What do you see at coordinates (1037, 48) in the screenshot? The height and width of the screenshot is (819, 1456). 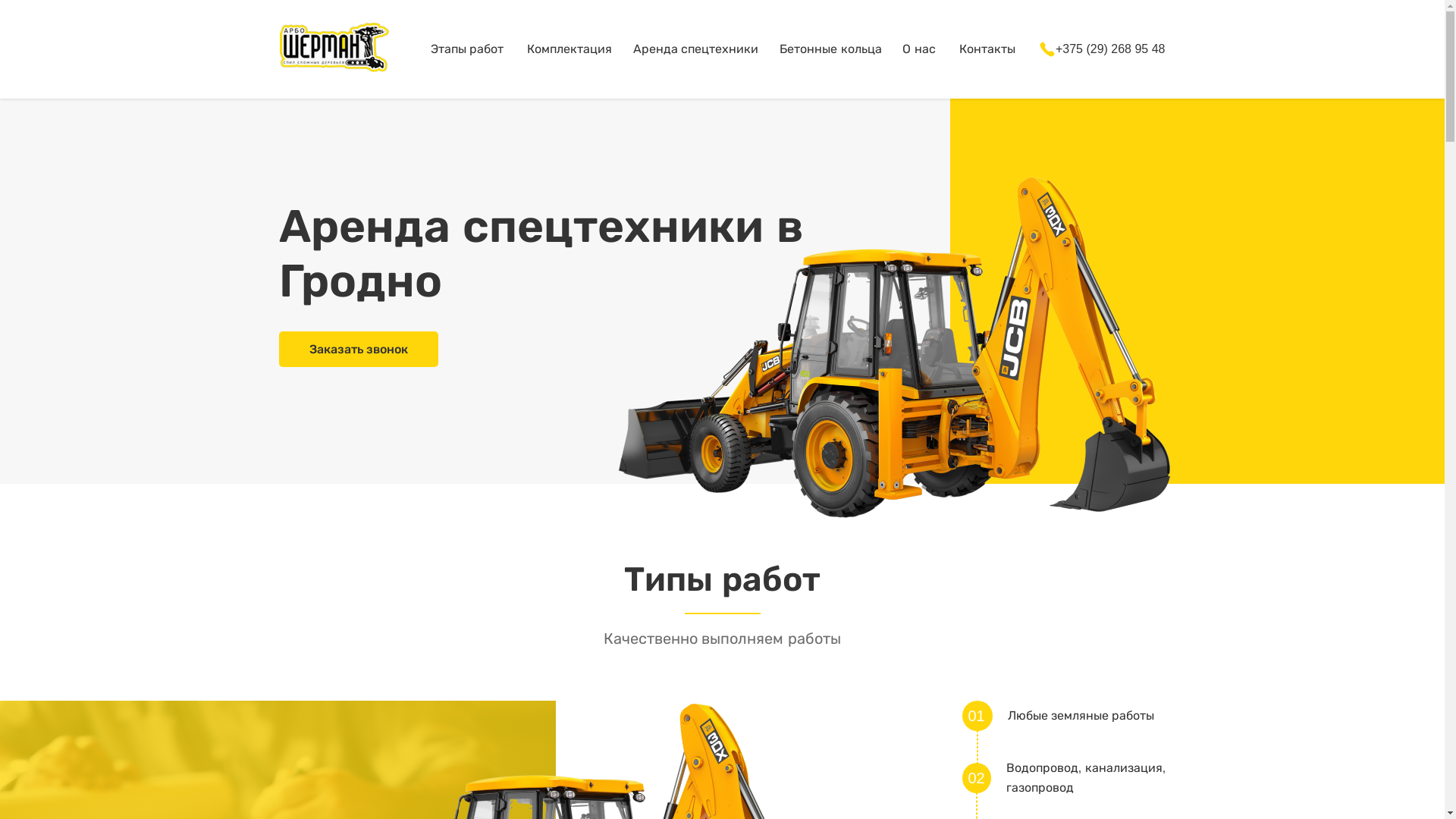 I see `'+375 (29) 268 95 48'` at bounding box center [1037, 48].